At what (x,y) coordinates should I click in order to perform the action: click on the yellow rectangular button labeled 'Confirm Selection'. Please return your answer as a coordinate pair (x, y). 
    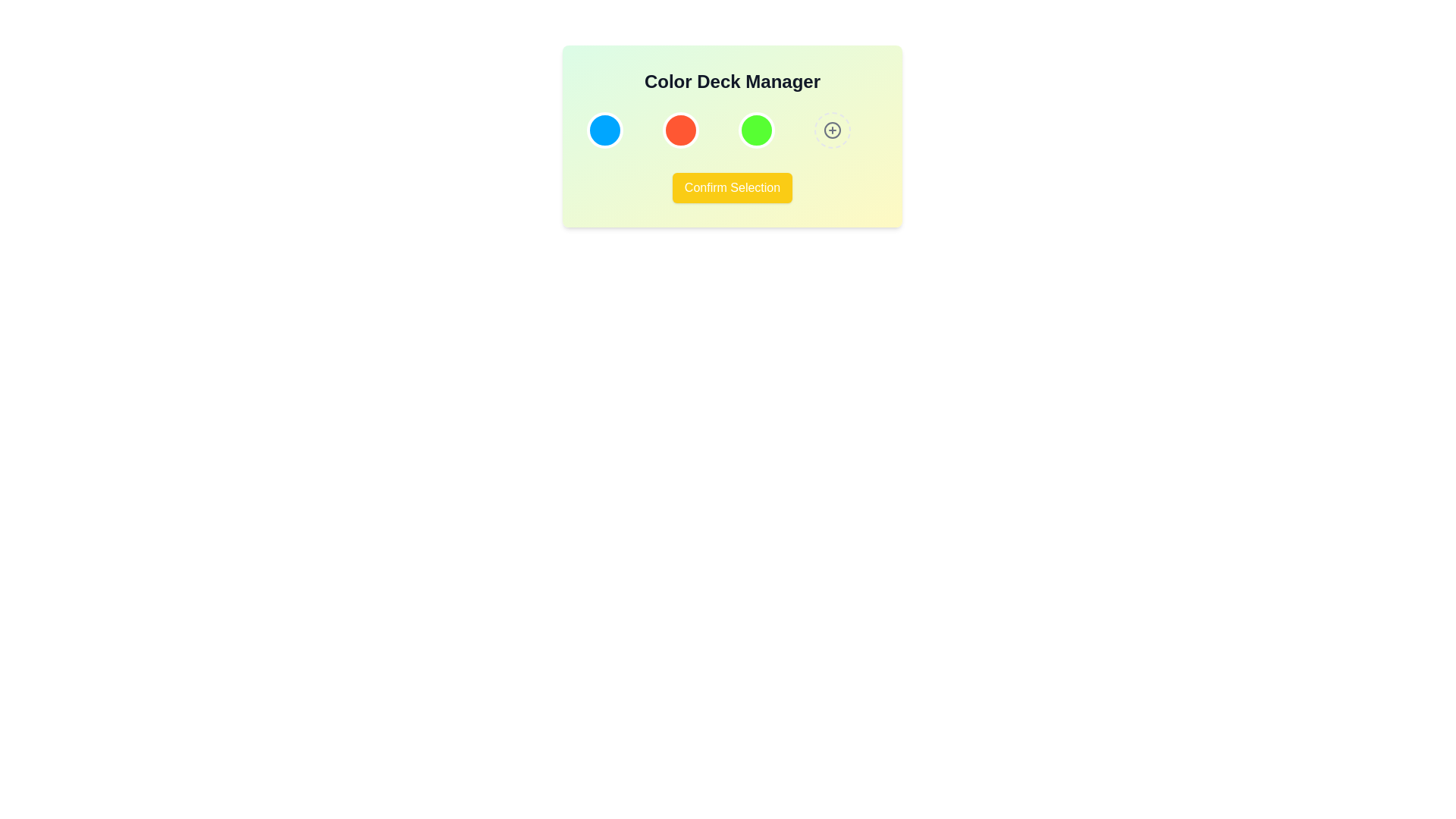
    Looking at the image, I should click on (732, 187).